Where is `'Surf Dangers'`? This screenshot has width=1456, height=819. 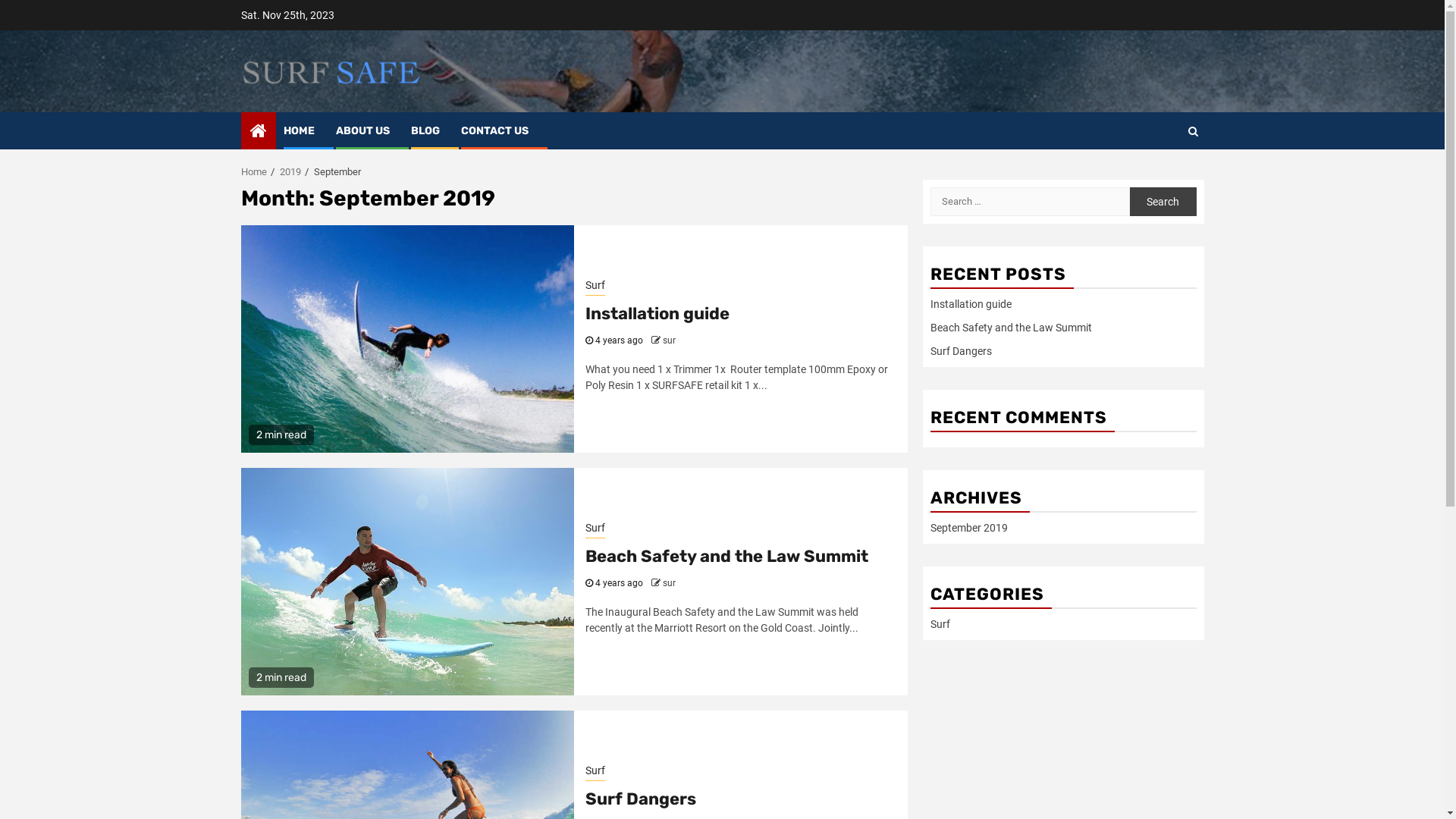
'Surf Dangers' is located at coordinates (959, 350).